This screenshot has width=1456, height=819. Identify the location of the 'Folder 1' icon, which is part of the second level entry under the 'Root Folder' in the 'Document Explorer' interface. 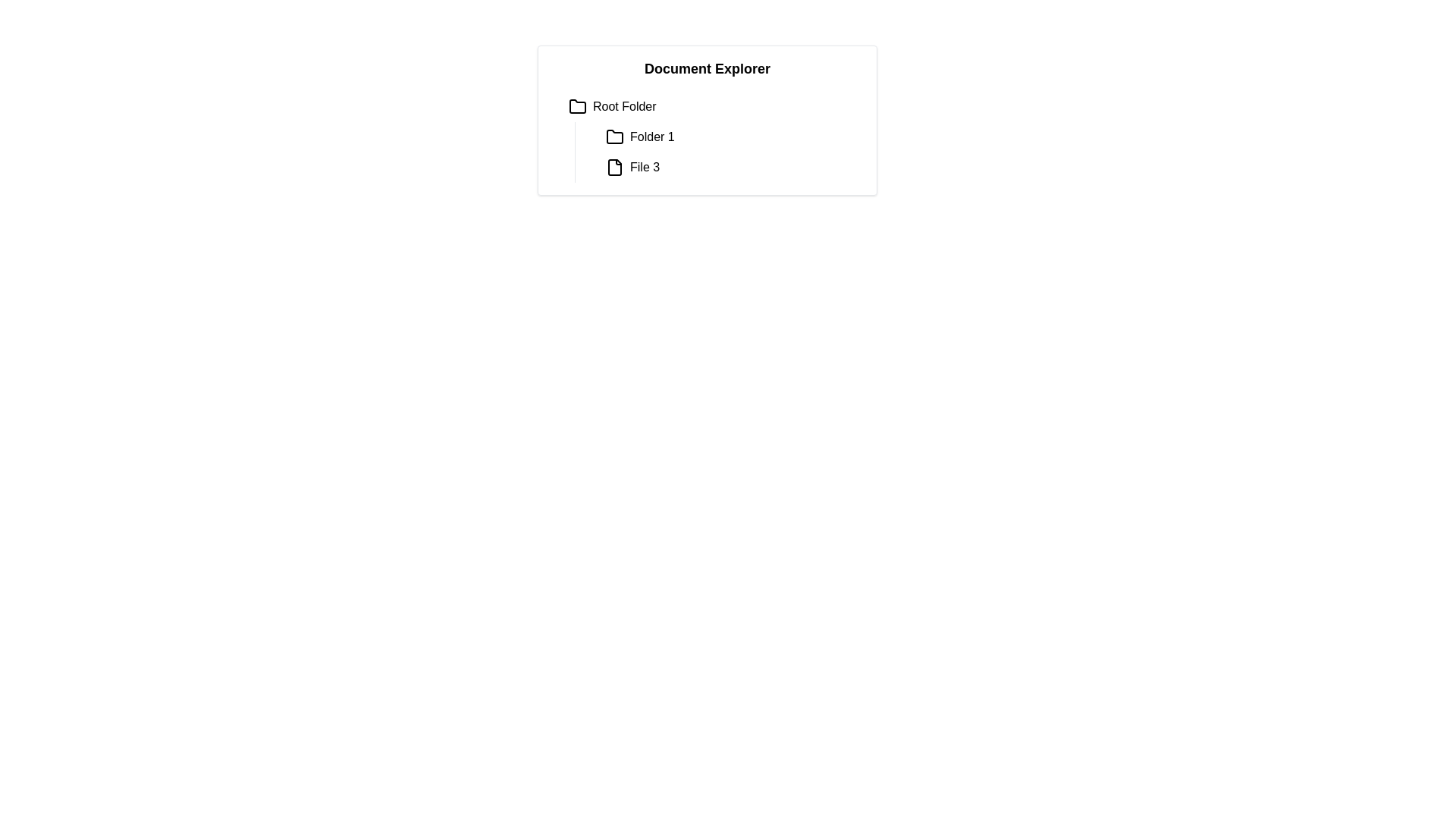
(615, 136).